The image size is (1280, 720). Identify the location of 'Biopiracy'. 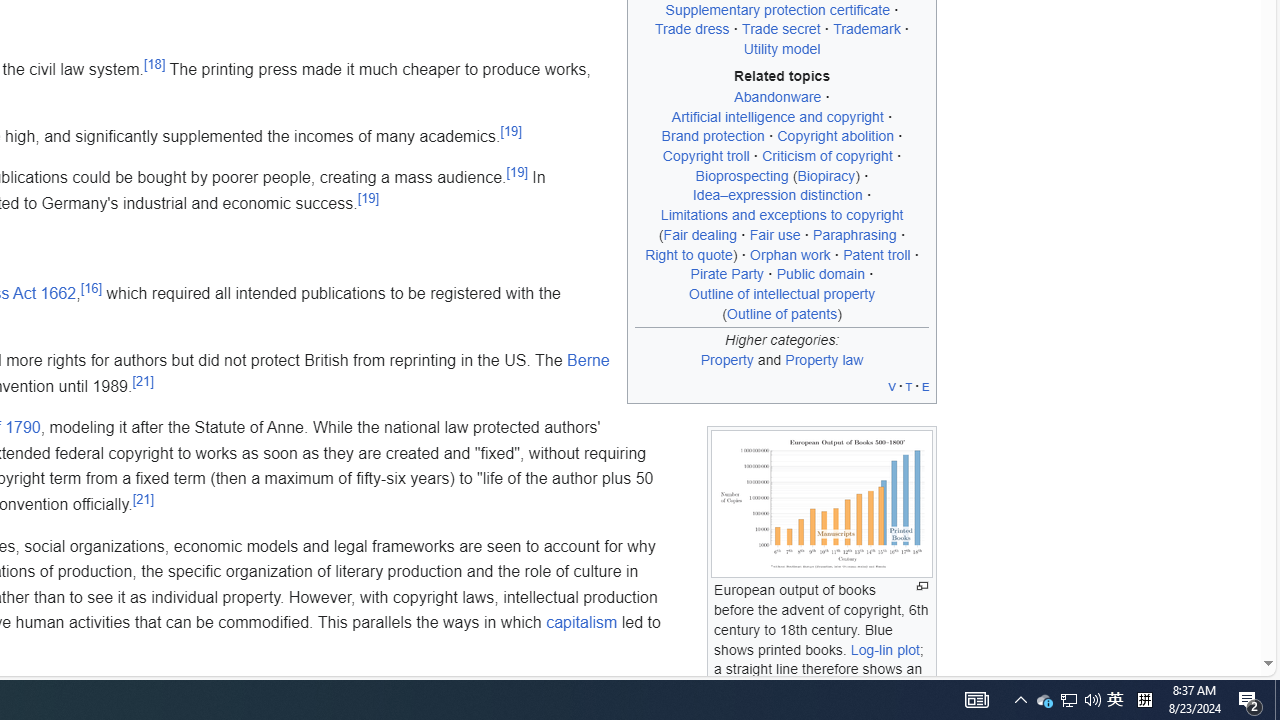
(826, 174).